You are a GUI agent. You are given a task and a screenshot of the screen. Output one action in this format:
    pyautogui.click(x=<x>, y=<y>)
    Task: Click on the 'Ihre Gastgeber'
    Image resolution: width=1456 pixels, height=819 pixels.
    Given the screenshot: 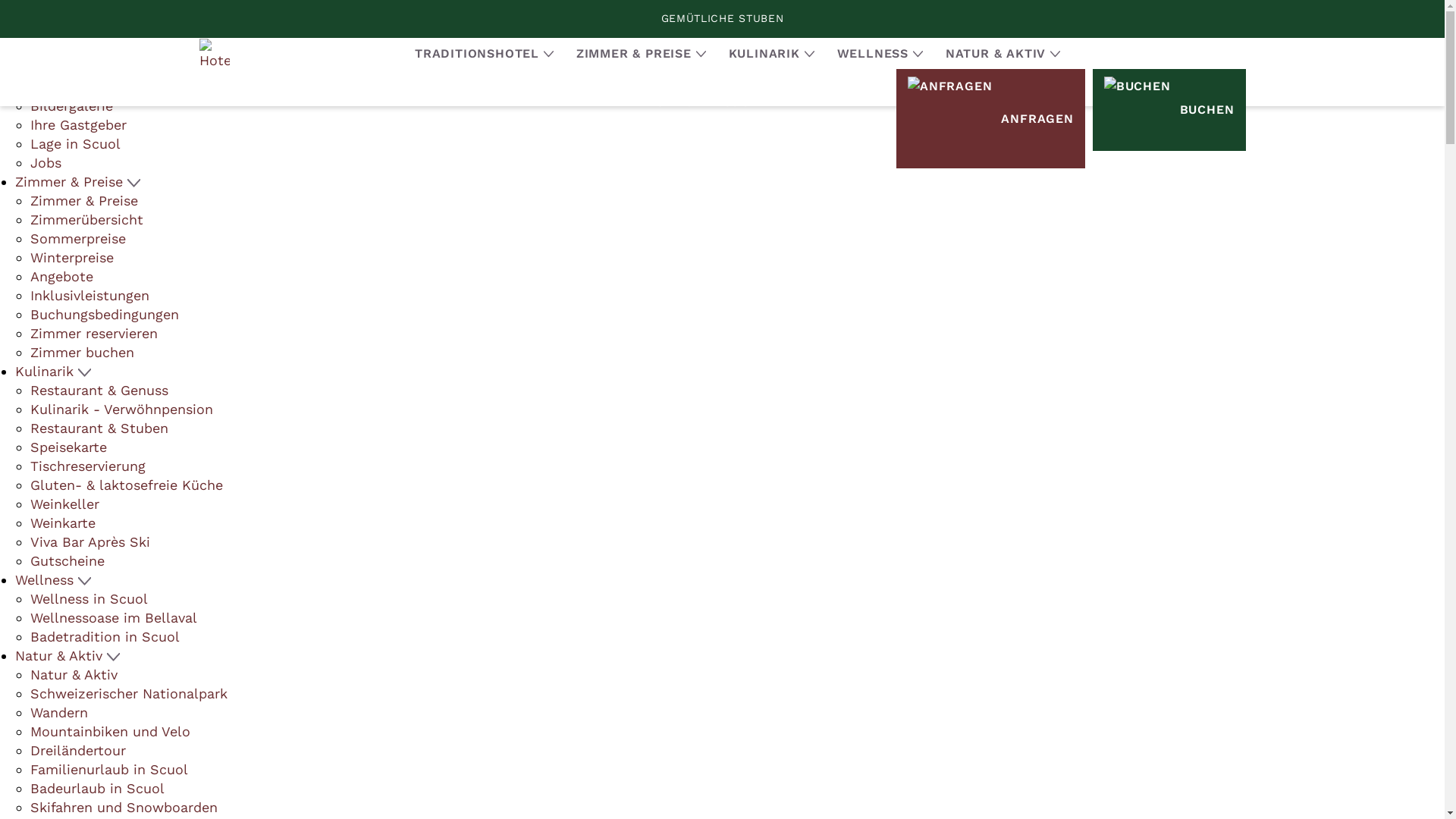 What is the action you would take?
    pyautogui.click(x=77, y=124)
    